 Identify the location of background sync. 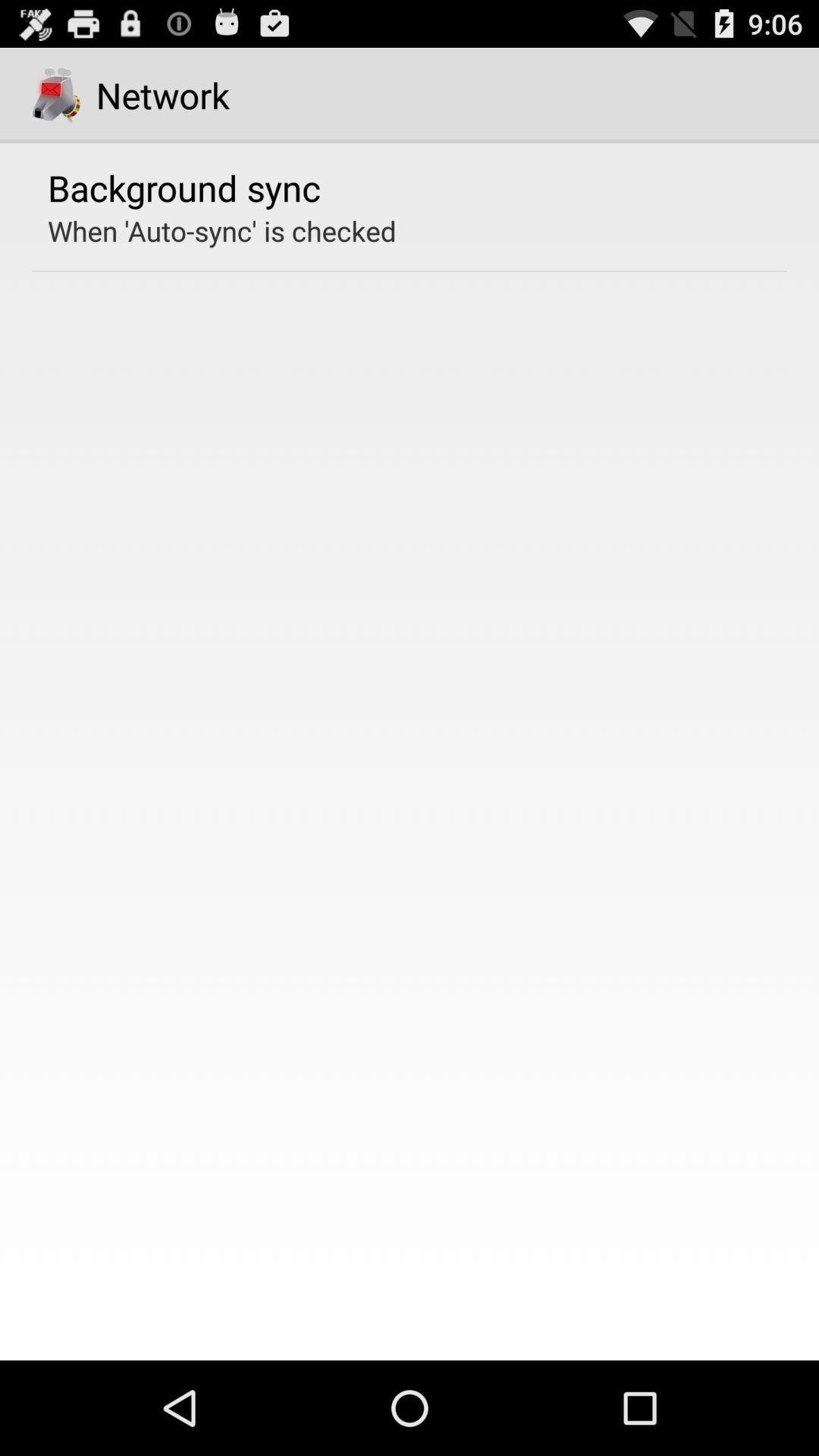
(184, 187).